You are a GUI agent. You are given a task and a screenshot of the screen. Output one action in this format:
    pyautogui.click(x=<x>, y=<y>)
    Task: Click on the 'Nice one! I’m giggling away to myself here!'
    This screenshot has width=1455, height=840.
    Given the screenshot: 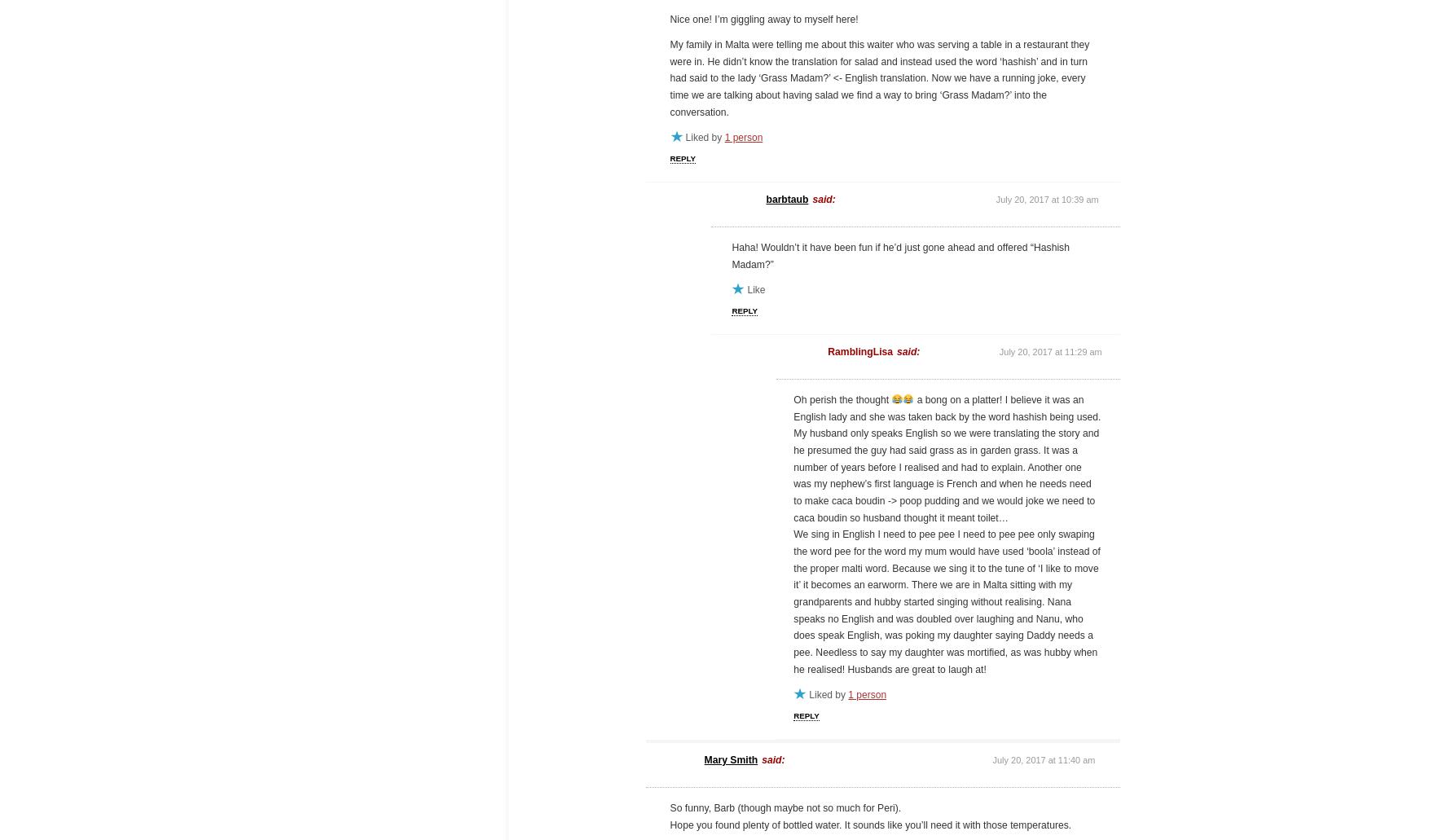 What is the action you would take?
    pyautogui.click(x=763, y=20)
    